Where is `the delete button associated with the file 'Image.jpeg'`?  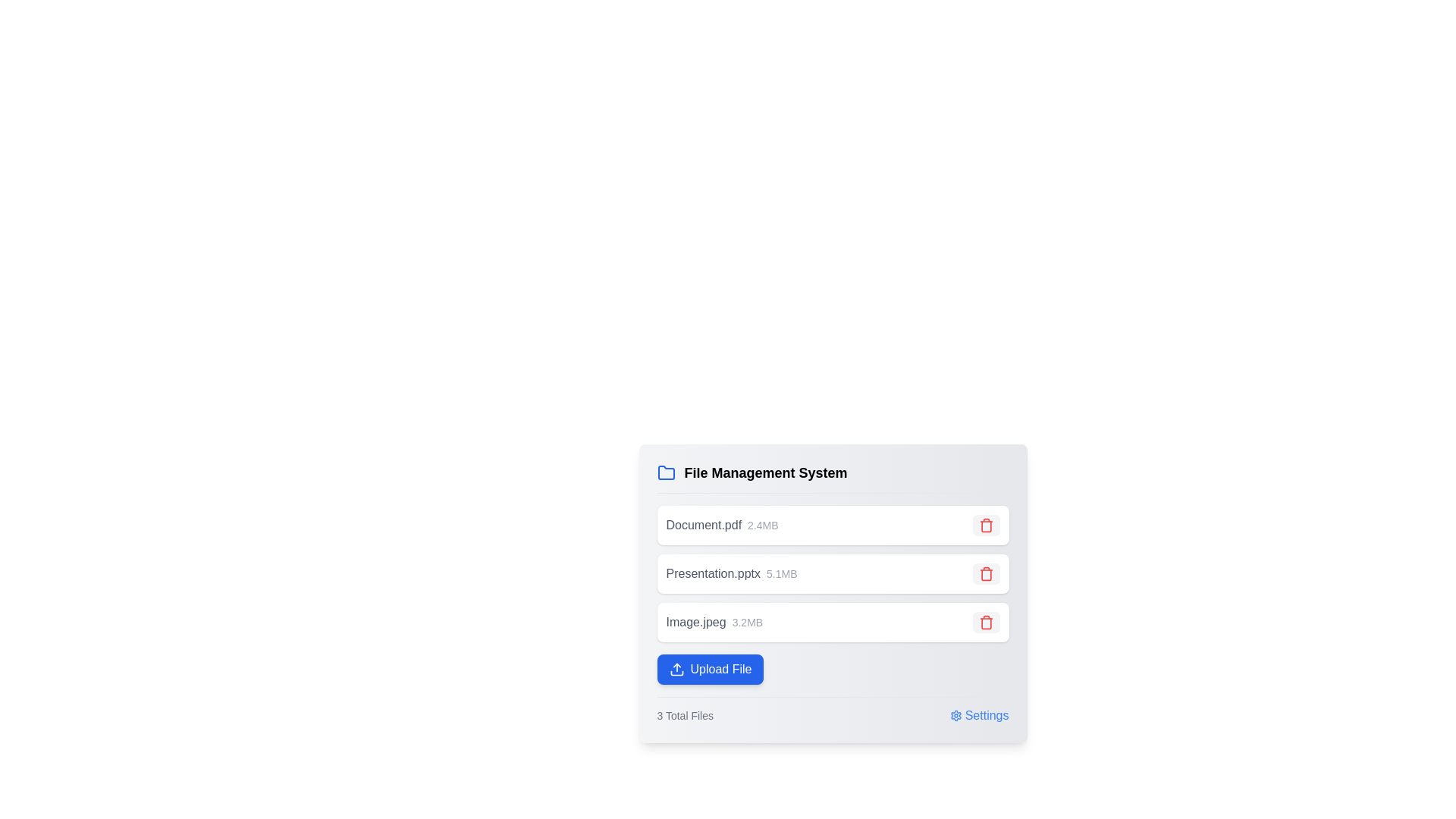
the delete button associated with the file 'Image.jpeg' is located at coordinates (986, 623).